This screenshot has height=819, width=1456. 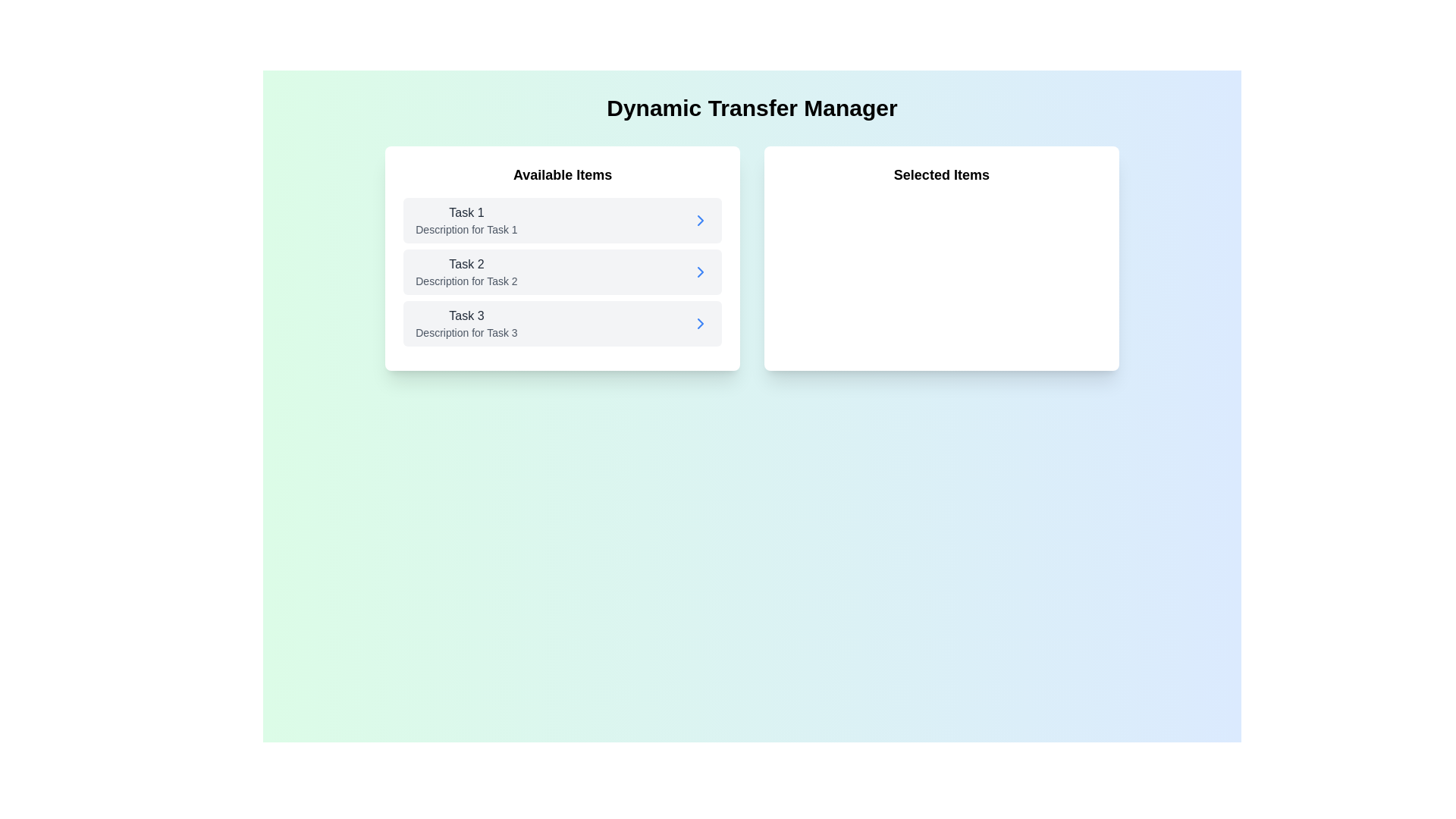 What do you see at coordinates (466, 230) in the screenshot?
I see `the text label 'Description for Task 1' located below the bold label 'Task 1' in the 'Available Items' section` at bounding box center [466, 230].